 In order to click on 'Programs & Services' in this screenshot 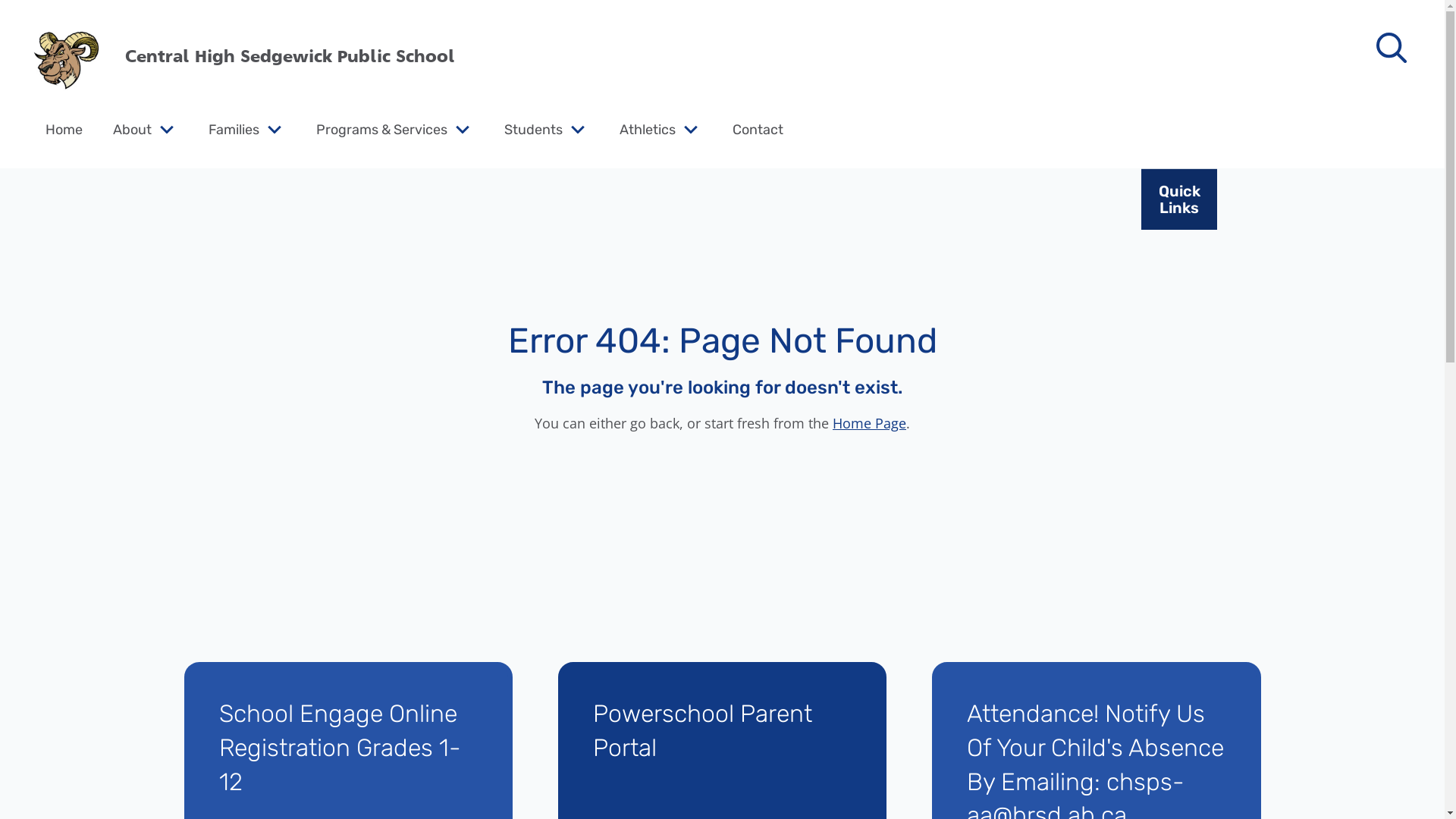, I will do `click(381, 128)`.